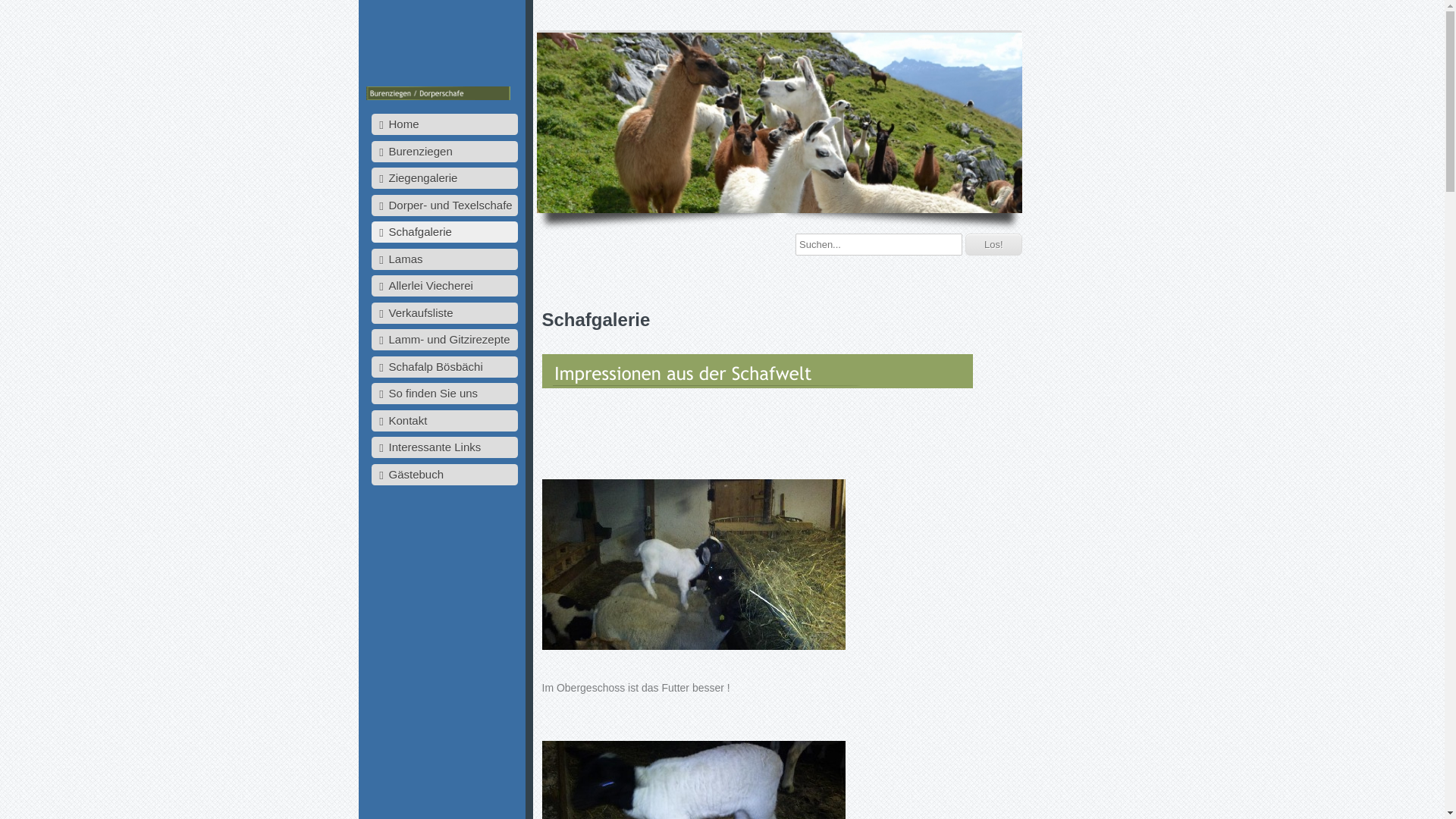  Describe the element at coordinates (444, 177) in the screenshot. I see `'Ziegengalerie'` at that location.